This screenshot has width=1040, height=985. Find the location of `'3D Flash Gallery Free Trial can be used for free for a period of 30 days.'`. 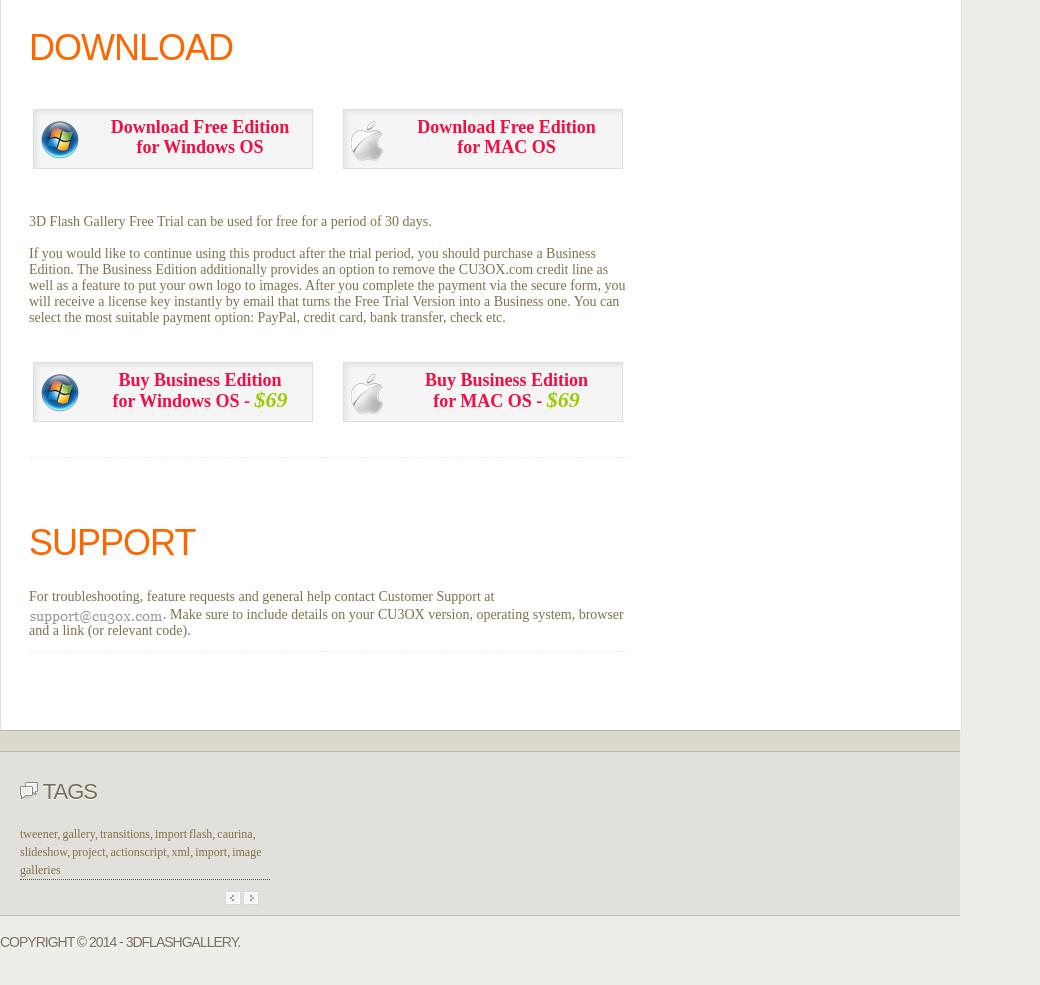

'3D Flash Gallery Free Trial can be used for free for a period of 30 days.' is located at coordinates (230, 219).